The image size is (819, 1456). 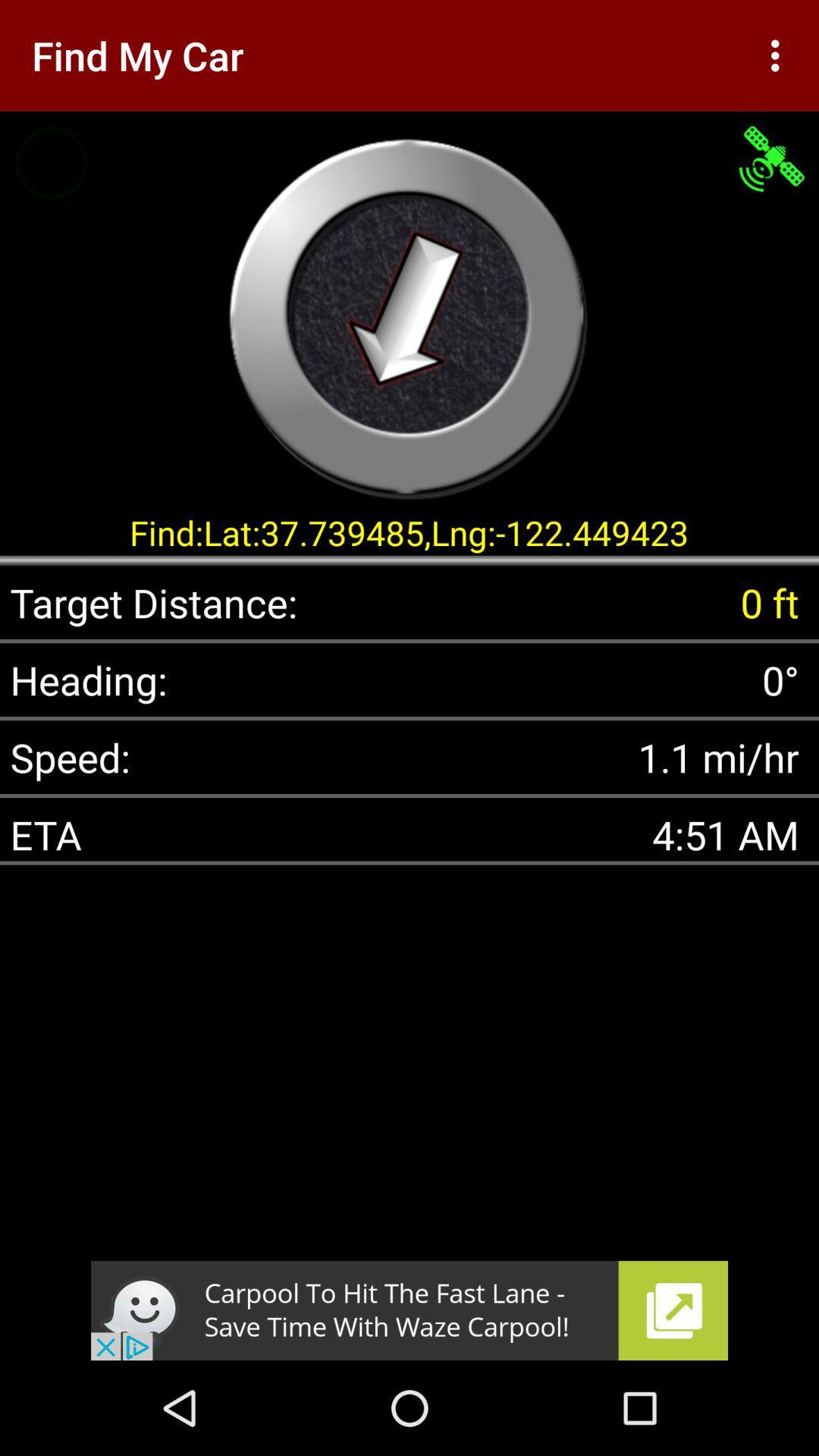 What do you see at coordinates (409, 1310) in the screenshot?
I see `advertisement website` at bounding box center [409, 1310].